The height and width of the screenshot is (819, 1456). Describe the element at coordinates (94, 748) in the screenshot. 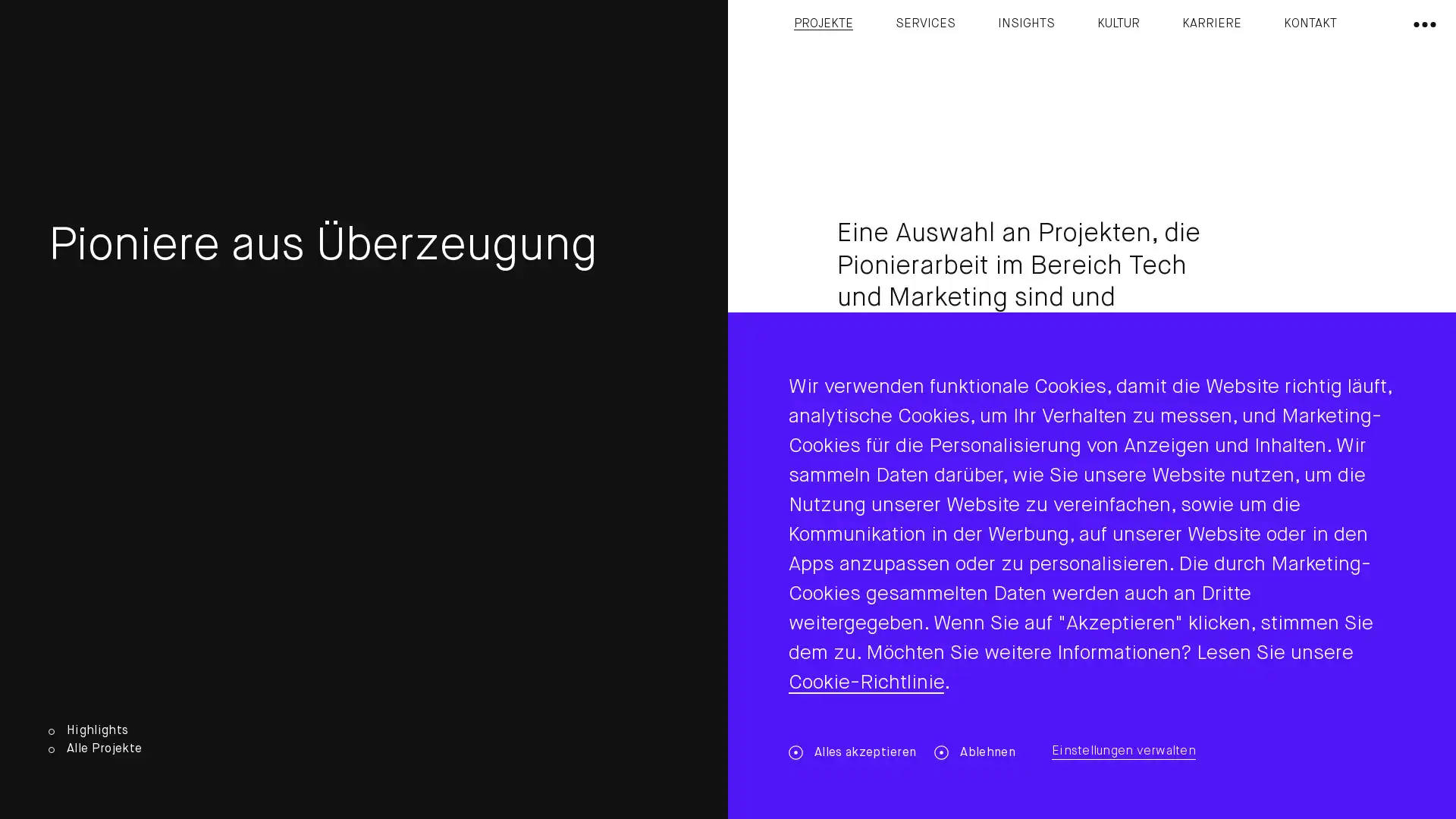

I see `Alle Projekte` at that location.